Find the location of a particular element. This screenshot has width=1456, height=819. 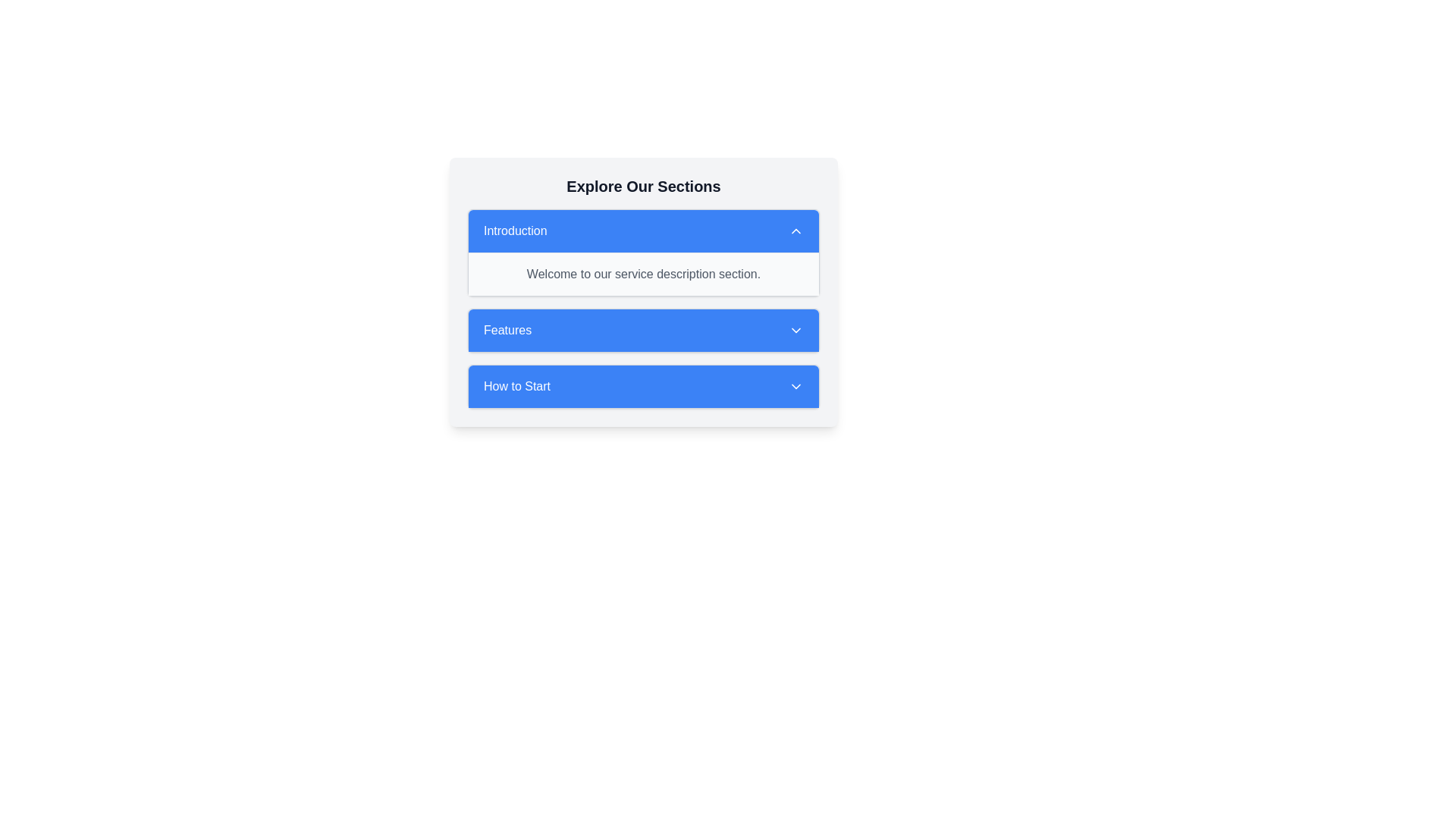

text block containing the phrase 'Welcome to our service description section.' which is centrally located in the 'Introduction' section, styled in gray on a light gray background is located at coordinates (644, 275).